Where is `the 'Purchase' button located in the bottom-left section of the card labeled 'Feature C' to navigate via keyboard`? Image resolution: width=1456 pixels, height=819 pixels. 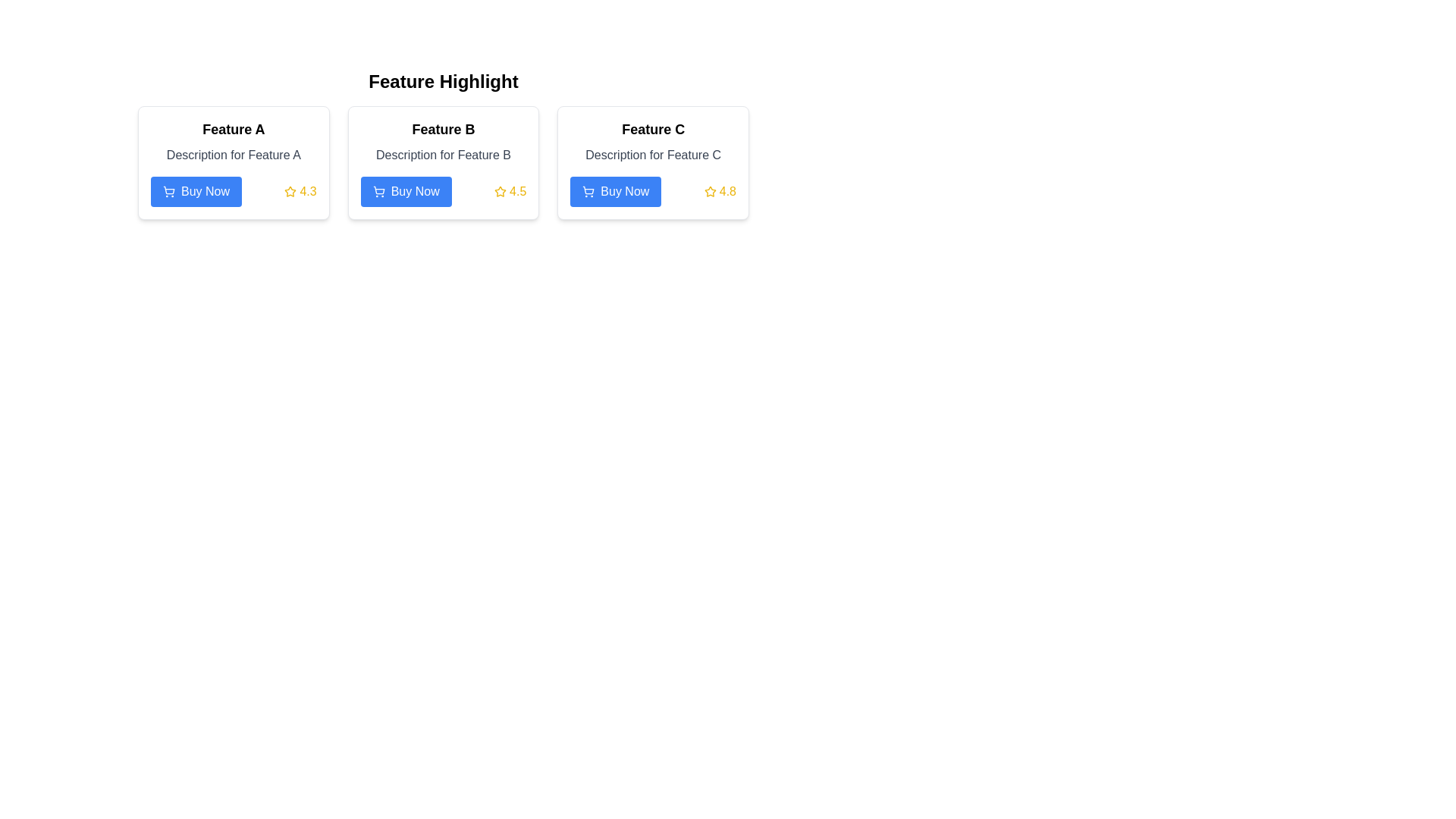
the 'Purchase' button located in the bottom-left section of the card labeled 'Feature C' to navigate via keyboard is located at coordinates (616, 191).